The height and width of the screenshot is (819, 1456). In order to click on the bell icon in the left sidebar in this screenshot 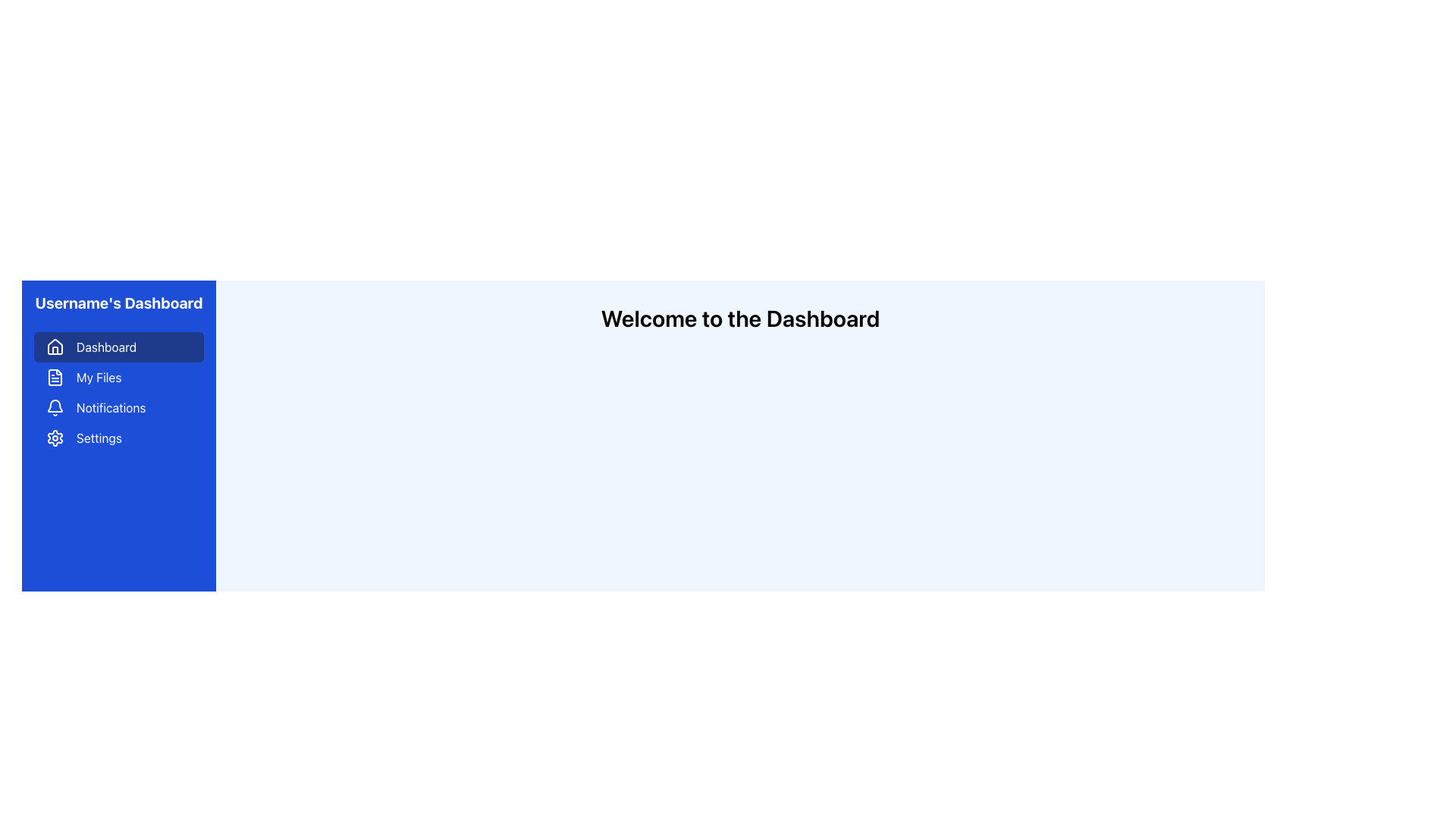, I will do `click(55, 405)`.